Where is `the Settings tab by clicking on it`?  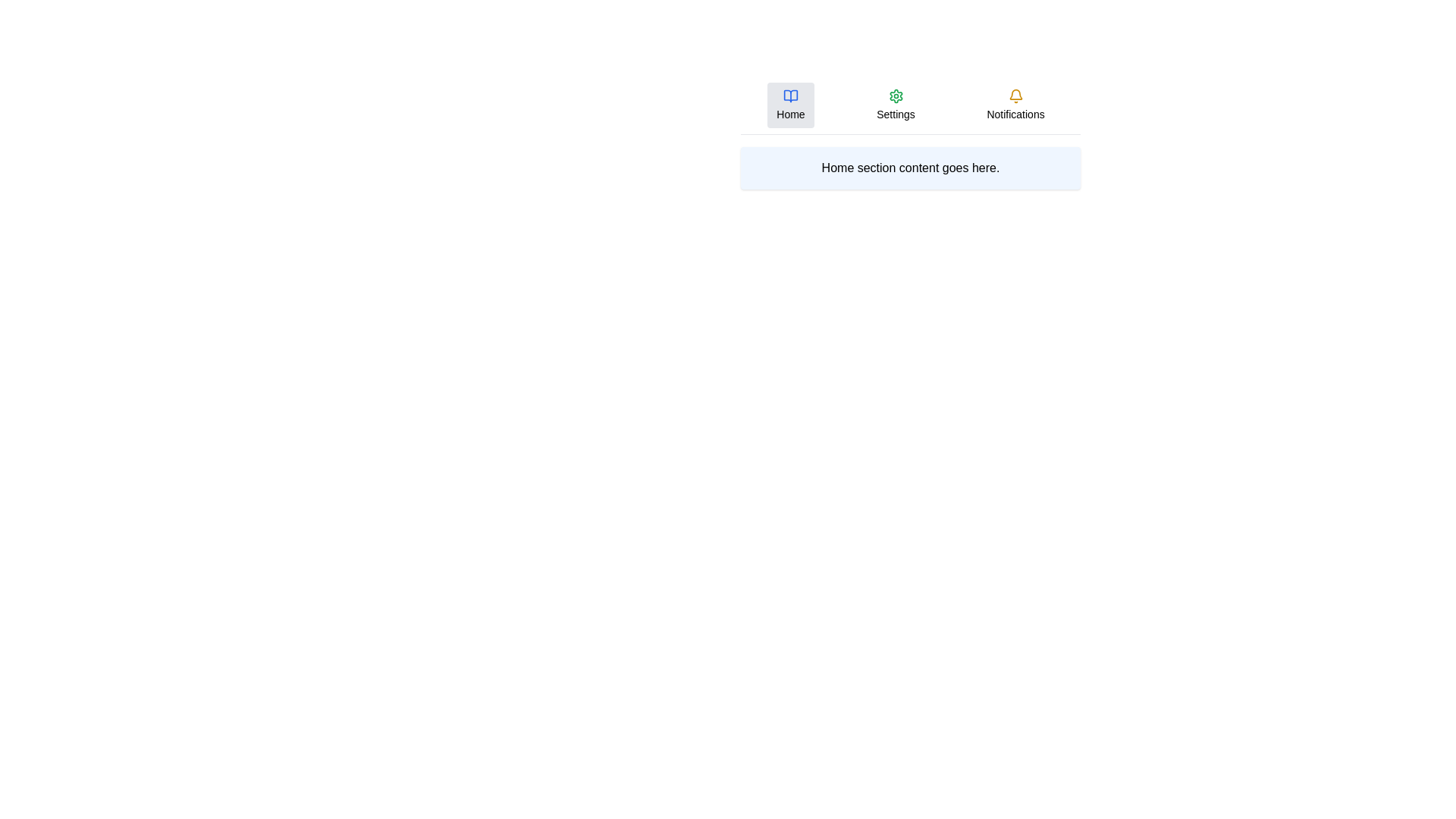 the Settings tab by clicking on it is located at coordinates (896, 104).